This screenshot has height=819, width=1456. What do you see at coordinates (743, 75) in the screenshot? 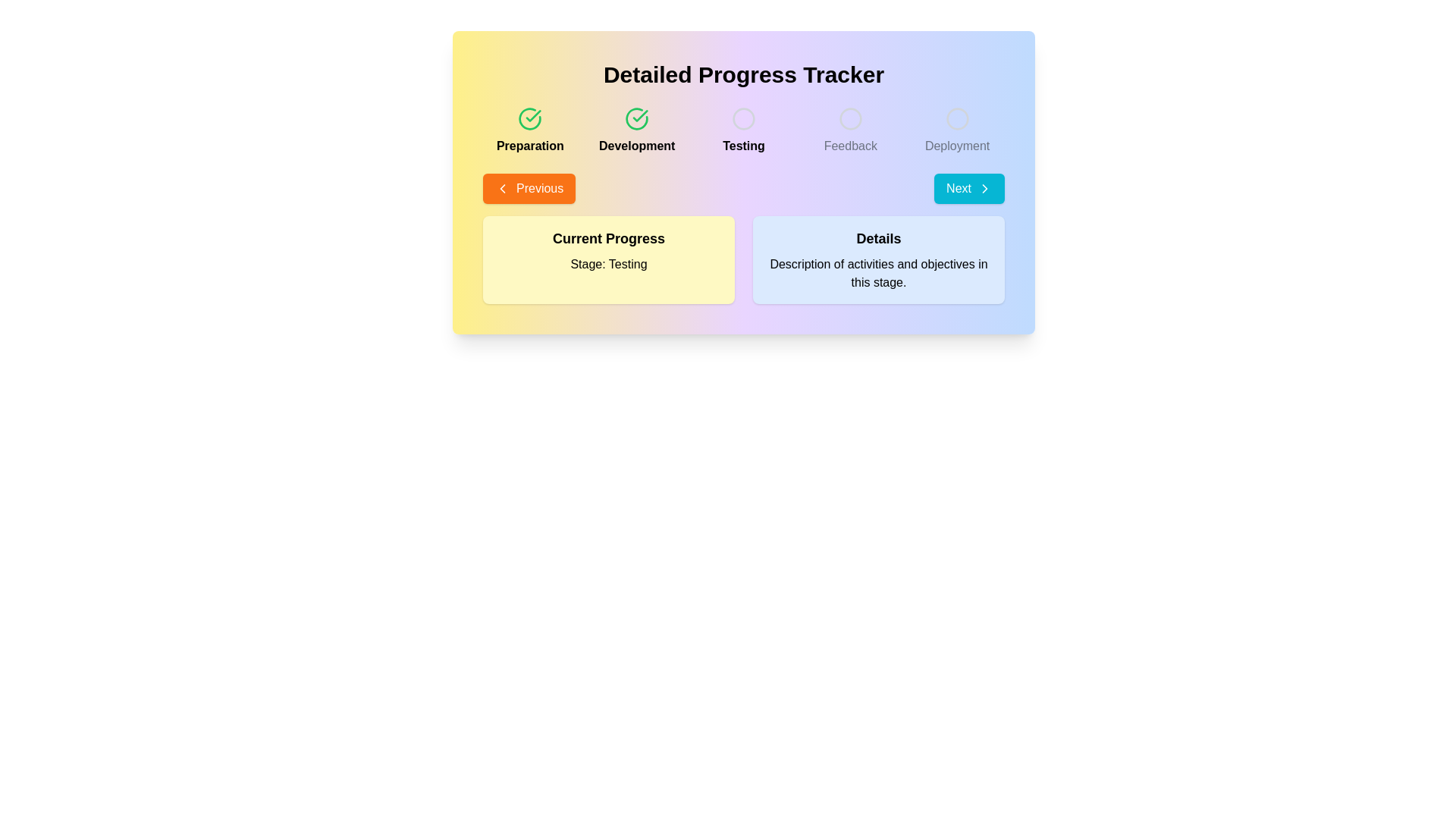
I see `the 'Detailed Progress Tracker' header, which is prominently displayed at the top of the panel with bold text in a large, centered font` at bounding box center [743, 75].